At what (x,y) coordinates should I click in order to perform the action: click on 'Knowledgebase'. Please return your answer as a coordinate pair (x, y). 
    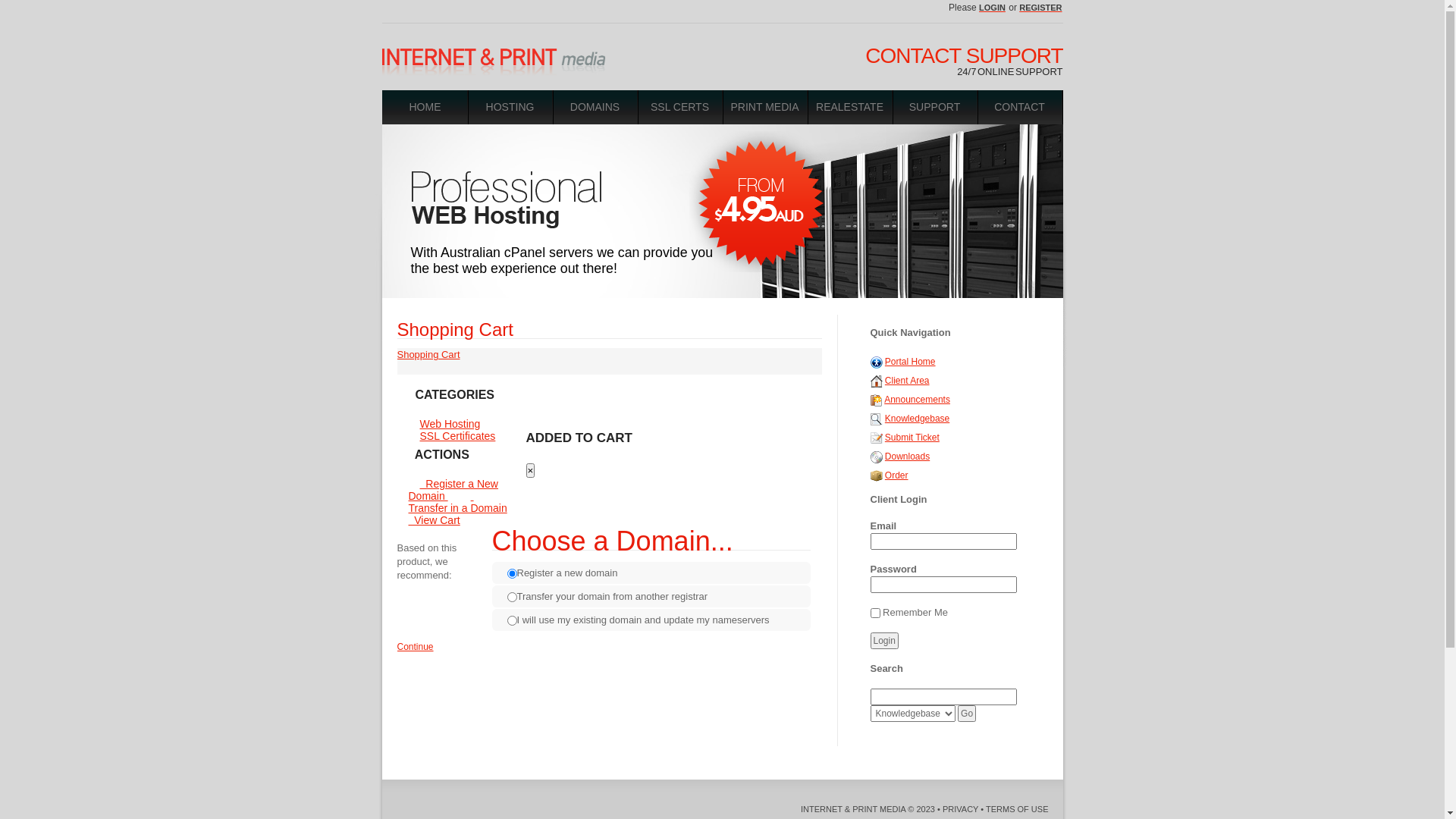
    Looking at the image, I should click on (877, 418).